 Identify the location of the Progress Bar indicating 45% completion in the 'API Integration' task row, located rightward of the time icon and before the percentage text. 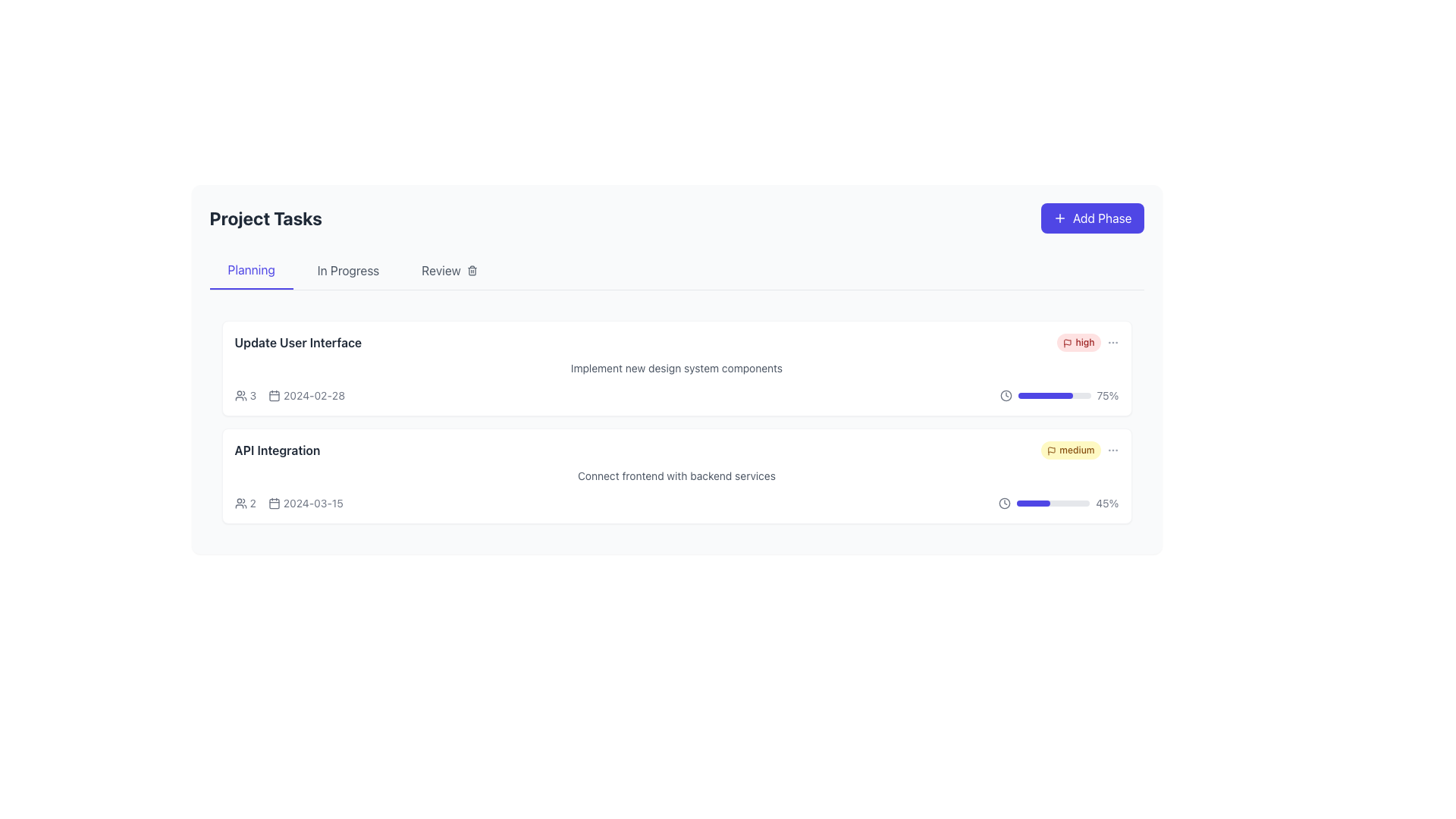
(1058, 503).